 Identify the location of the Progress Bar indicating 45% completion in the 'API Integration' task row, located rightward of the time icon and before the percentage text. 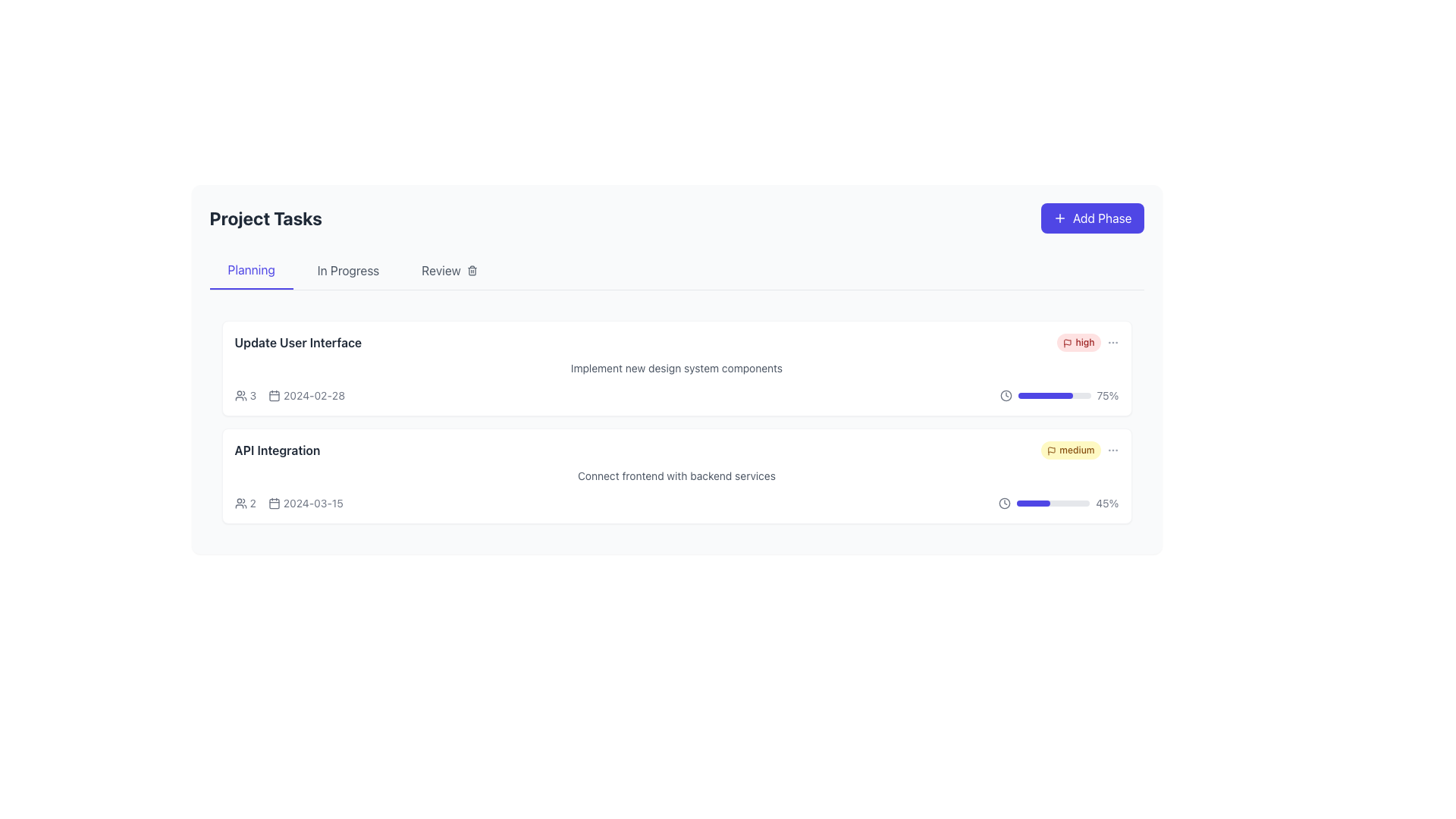
(1058, 503).